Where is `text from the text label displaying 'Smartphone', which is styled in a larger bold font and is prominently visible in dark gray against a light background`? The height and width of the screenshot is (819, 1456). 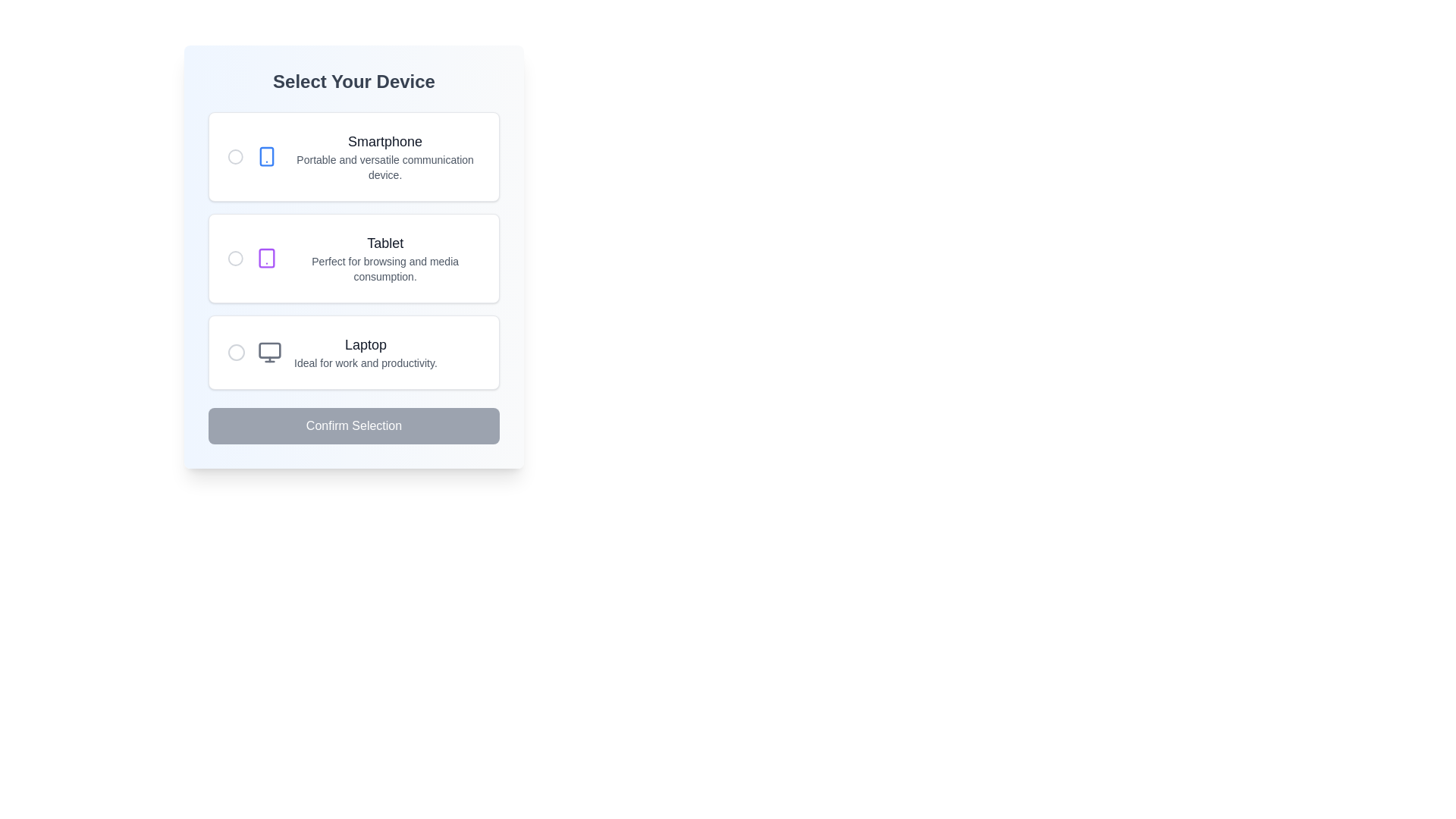 text from the text label displaying 'Smartphone', which is styled in a larger bold font and is prominently visible in dark gray against a light background is located at coordinates (385, 141).